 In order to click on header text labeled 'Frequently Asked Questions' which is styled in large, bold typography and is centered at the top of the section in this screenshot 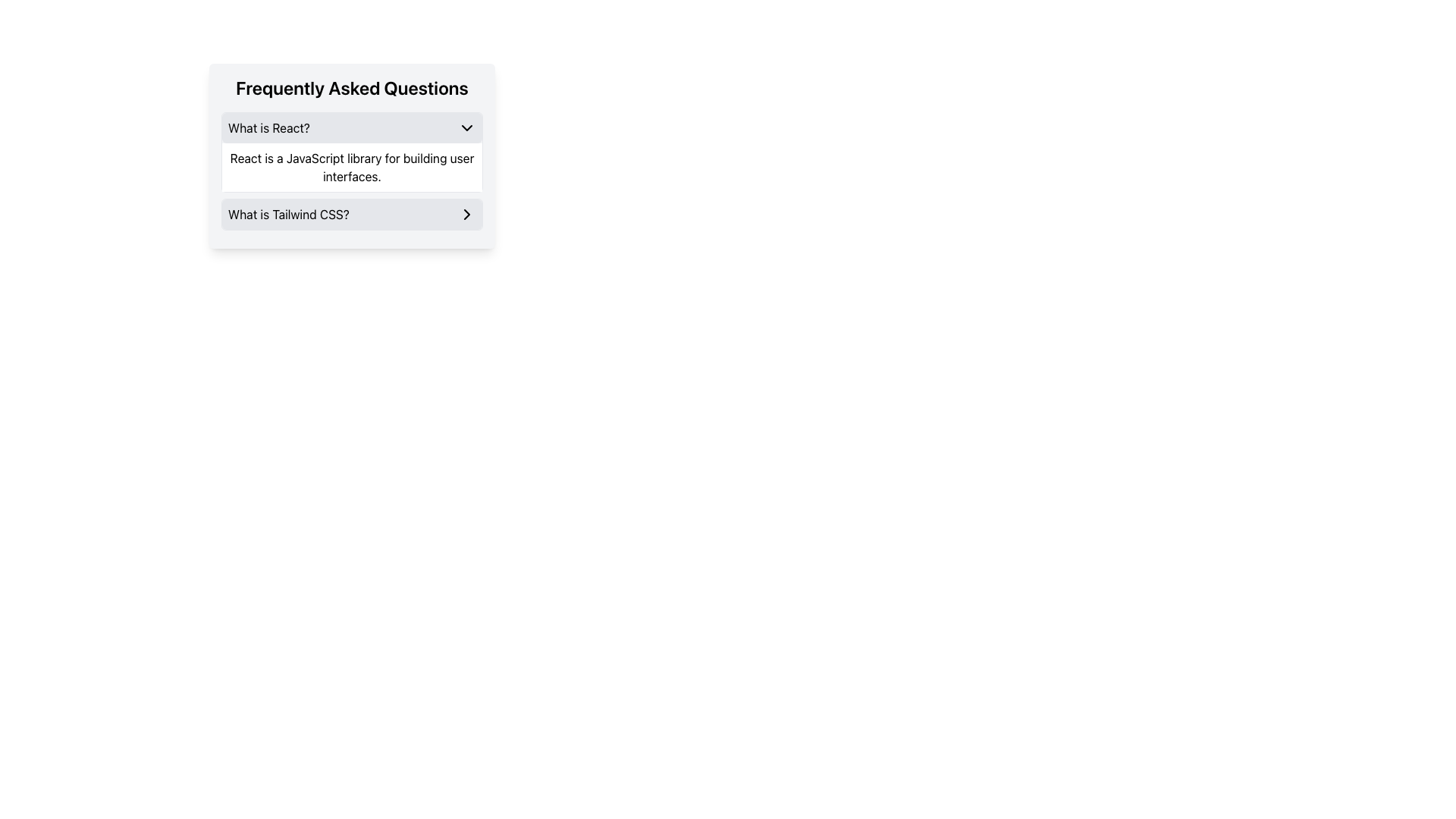, I will do `click(351, 87)`.